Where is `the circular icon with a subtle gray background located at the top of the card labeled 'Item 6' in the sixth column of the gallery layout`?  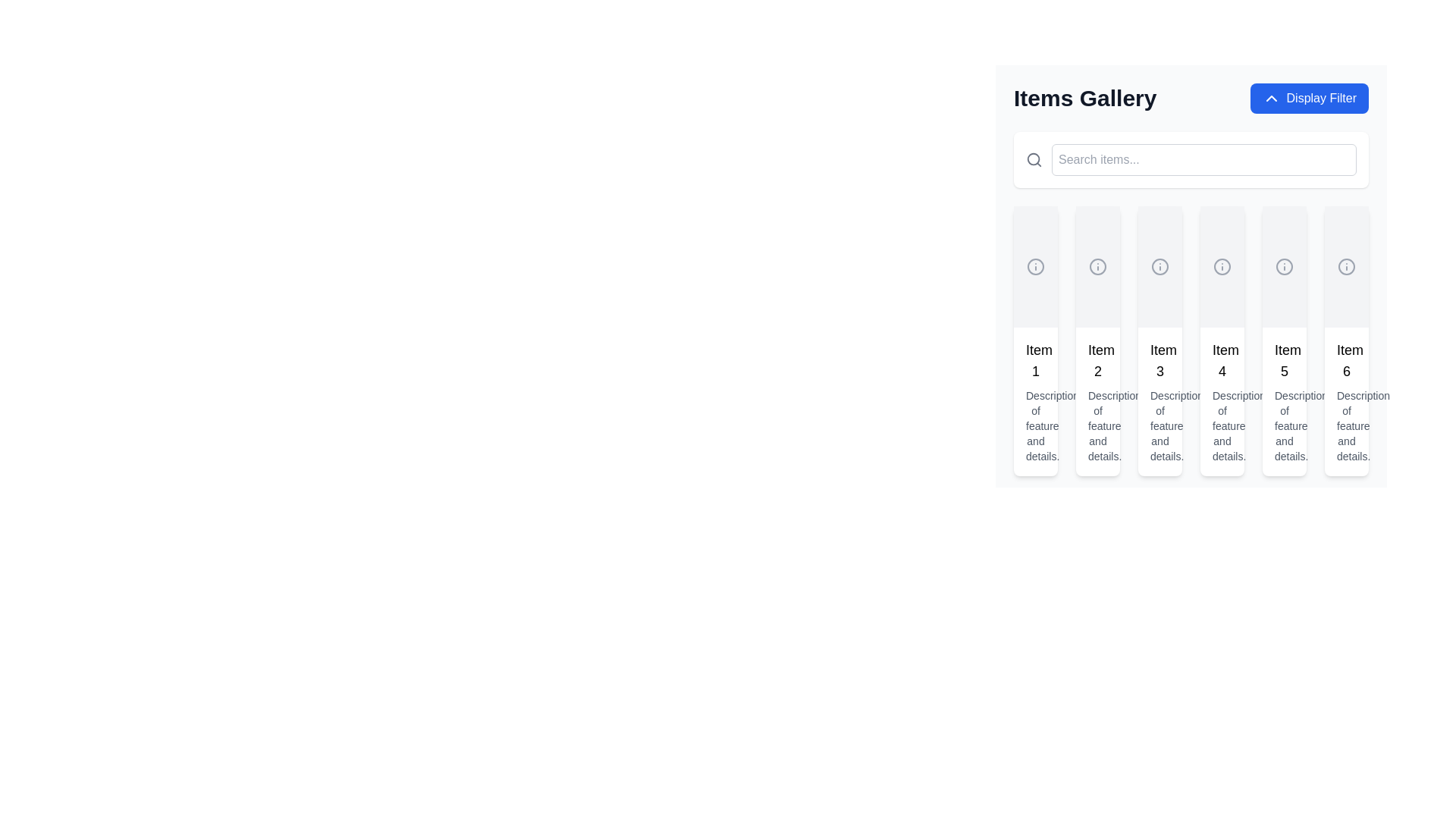 the circular icon with a subtle gray background located at the top of the card labeled 'Item 6' in the sixth column of the gallery layout is located at coordinates (1347, 265).